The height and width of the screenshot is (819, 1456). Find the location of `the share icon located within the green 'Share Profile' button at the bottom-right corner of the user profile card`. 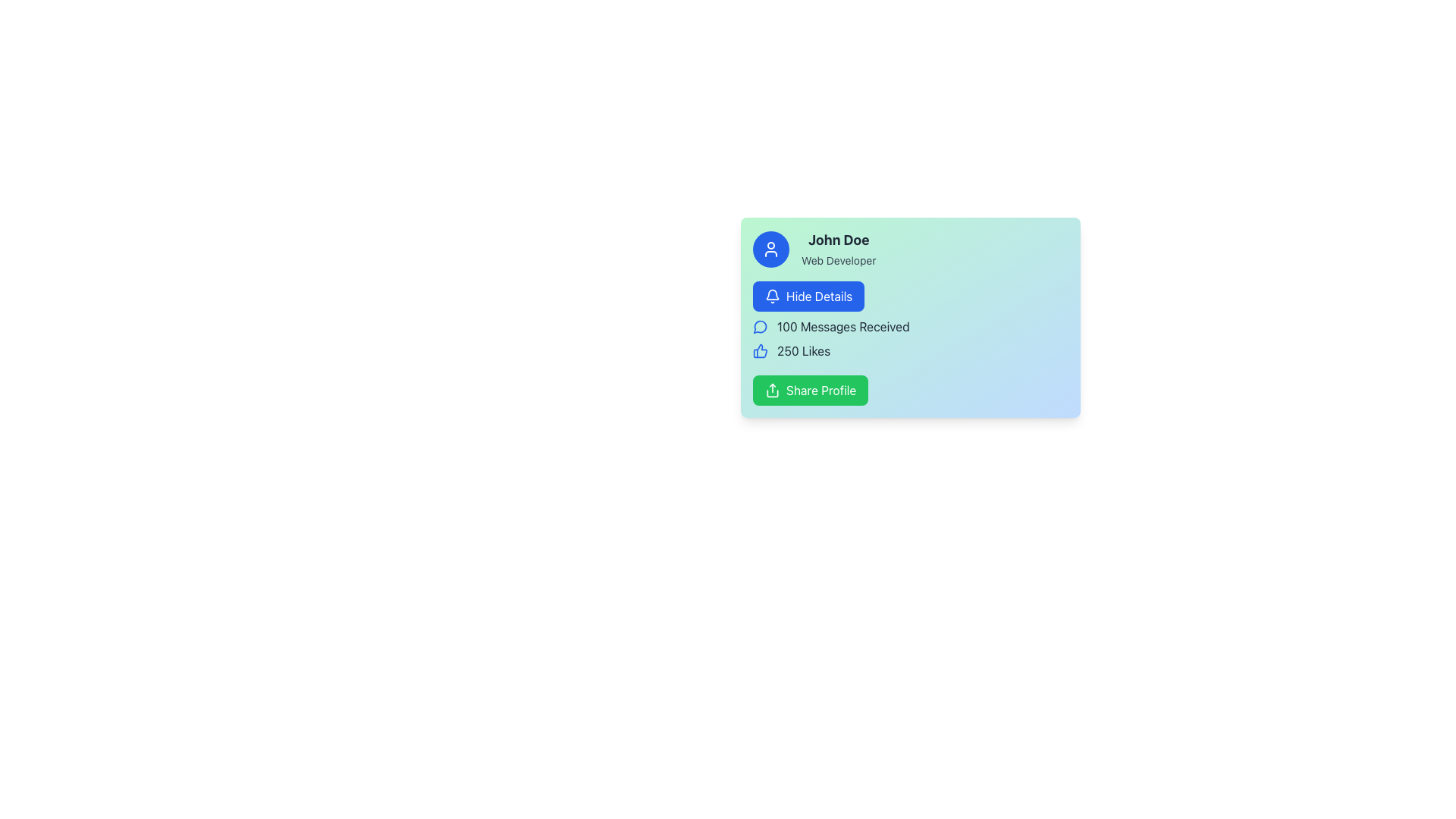

the share icon located within the green 'Share Profile' button at the bottom-right corner of the user profile card is located at coordinates (772, 390).